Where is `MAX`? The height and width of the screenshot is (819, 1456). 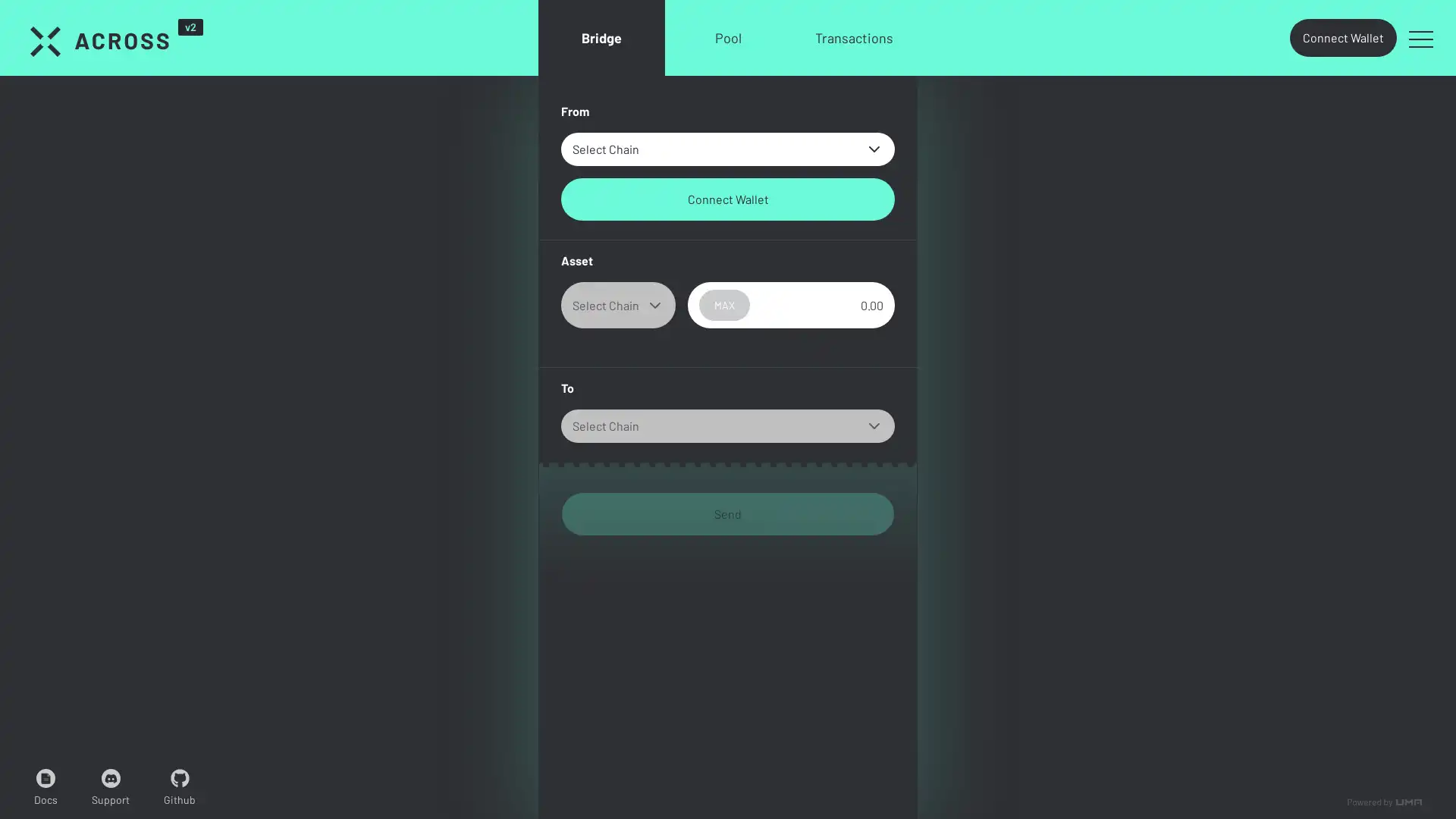
MAX is located at coordinates (723, 305).